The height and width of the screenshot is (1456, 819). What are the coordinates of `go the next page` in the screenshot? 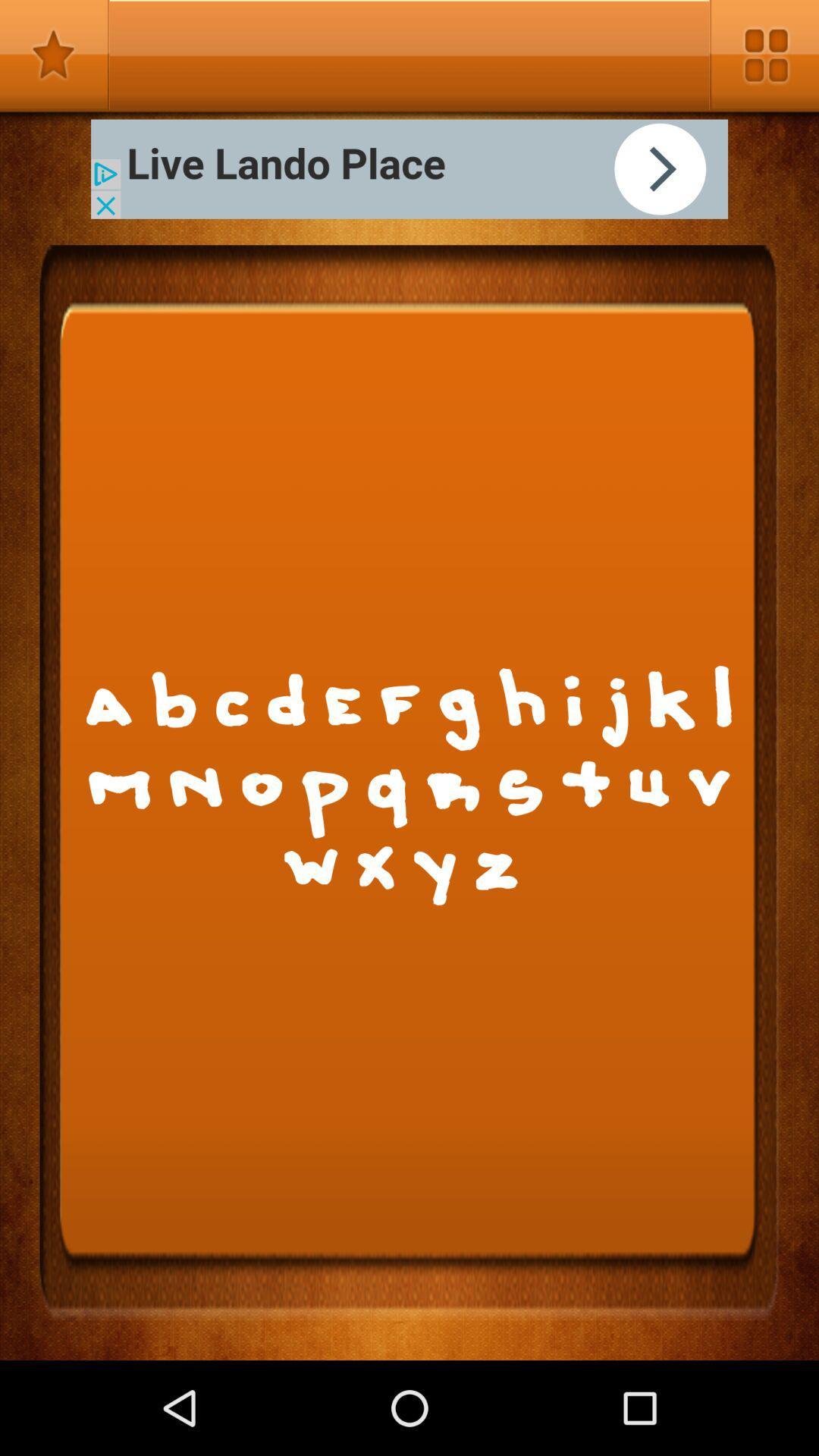 It's located at (409, 169).